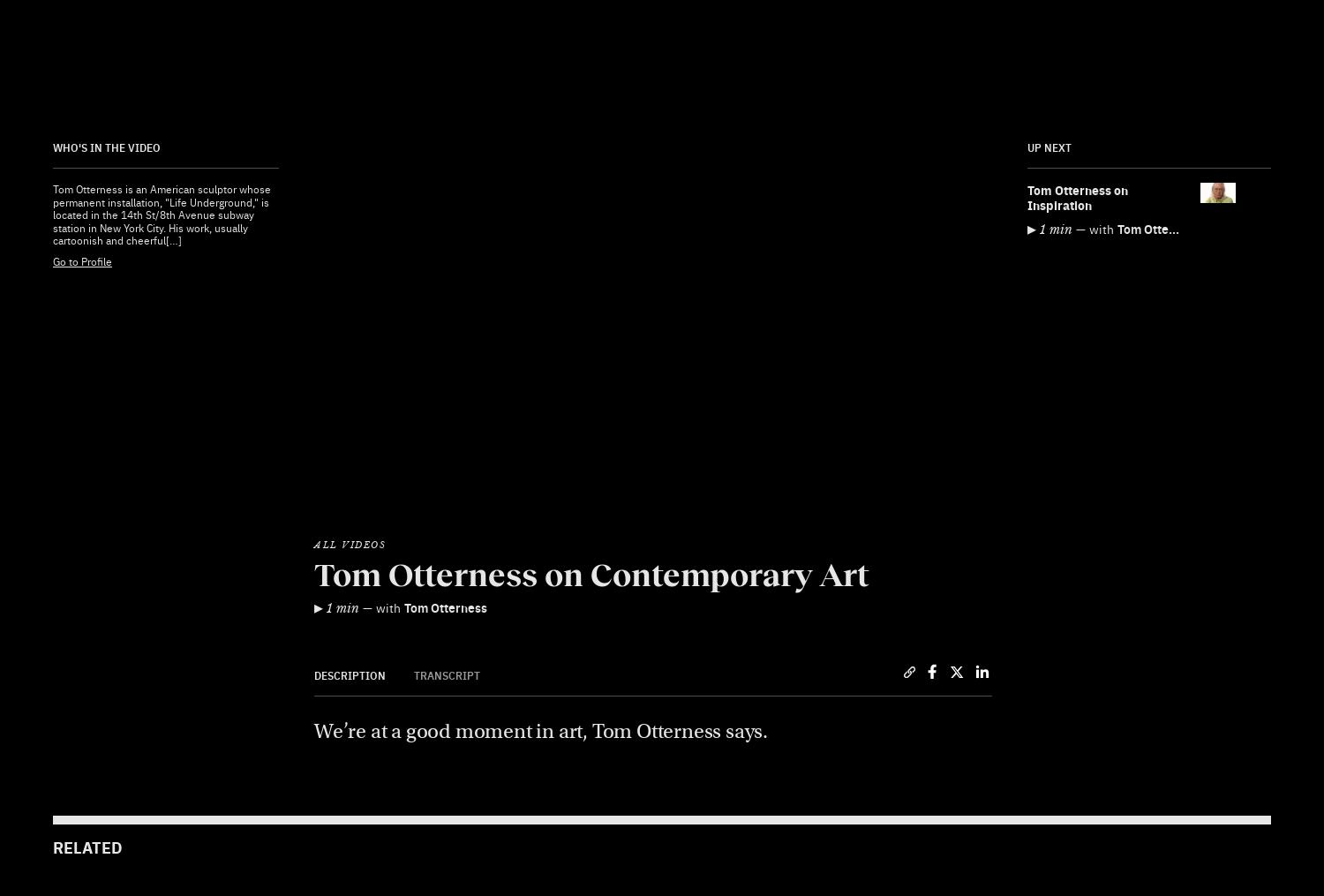 The image size is (1324, 896). Describe the element at coordinates (733, 601) in the screenshot. I see `'The Big Think Interview'` at that location.